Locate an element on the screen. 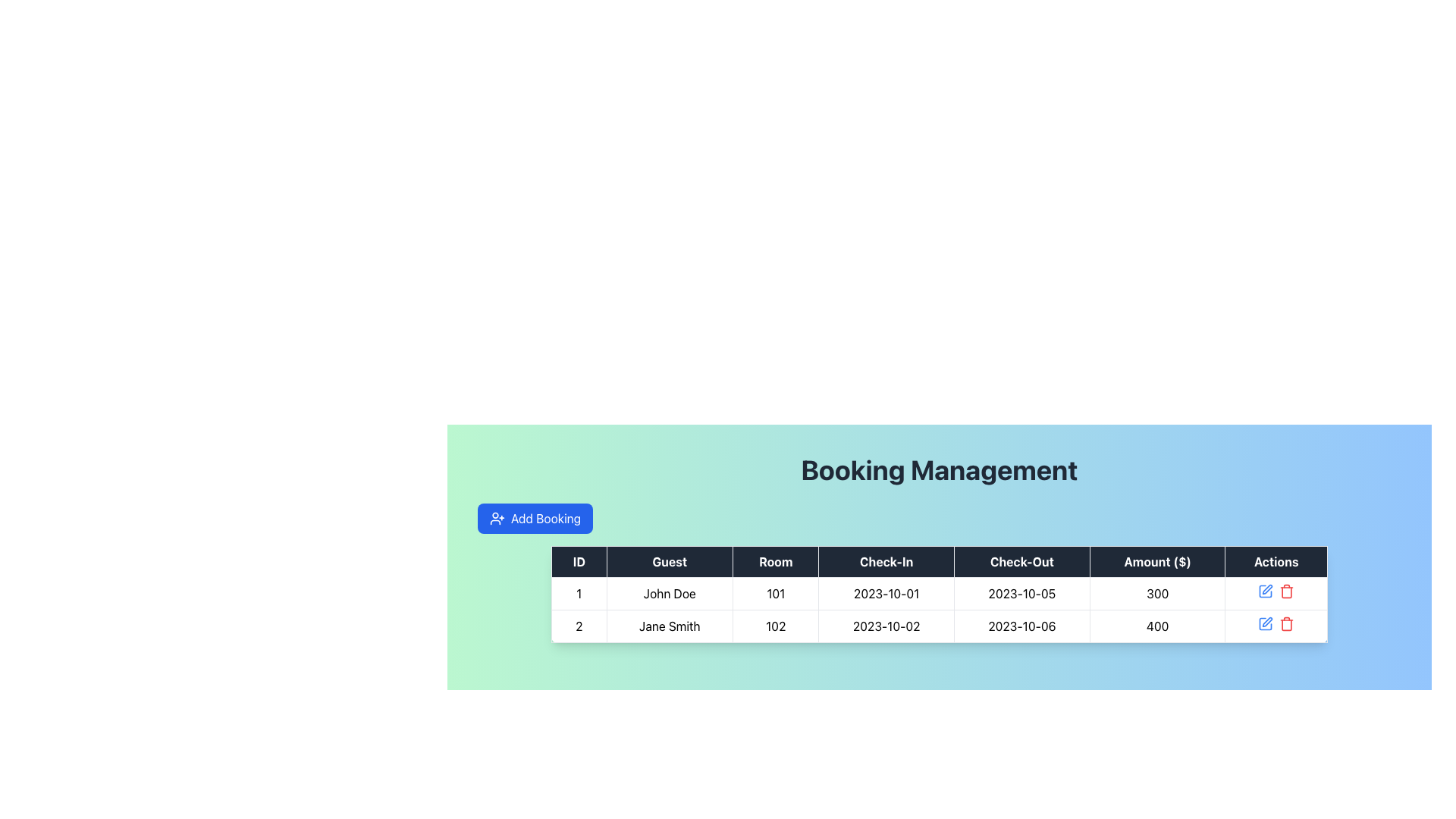  the Table Header Cell containing the text 'Room', which is the third cell in the header row of a table with a dark background and white text is located at coordinates (776, 561).